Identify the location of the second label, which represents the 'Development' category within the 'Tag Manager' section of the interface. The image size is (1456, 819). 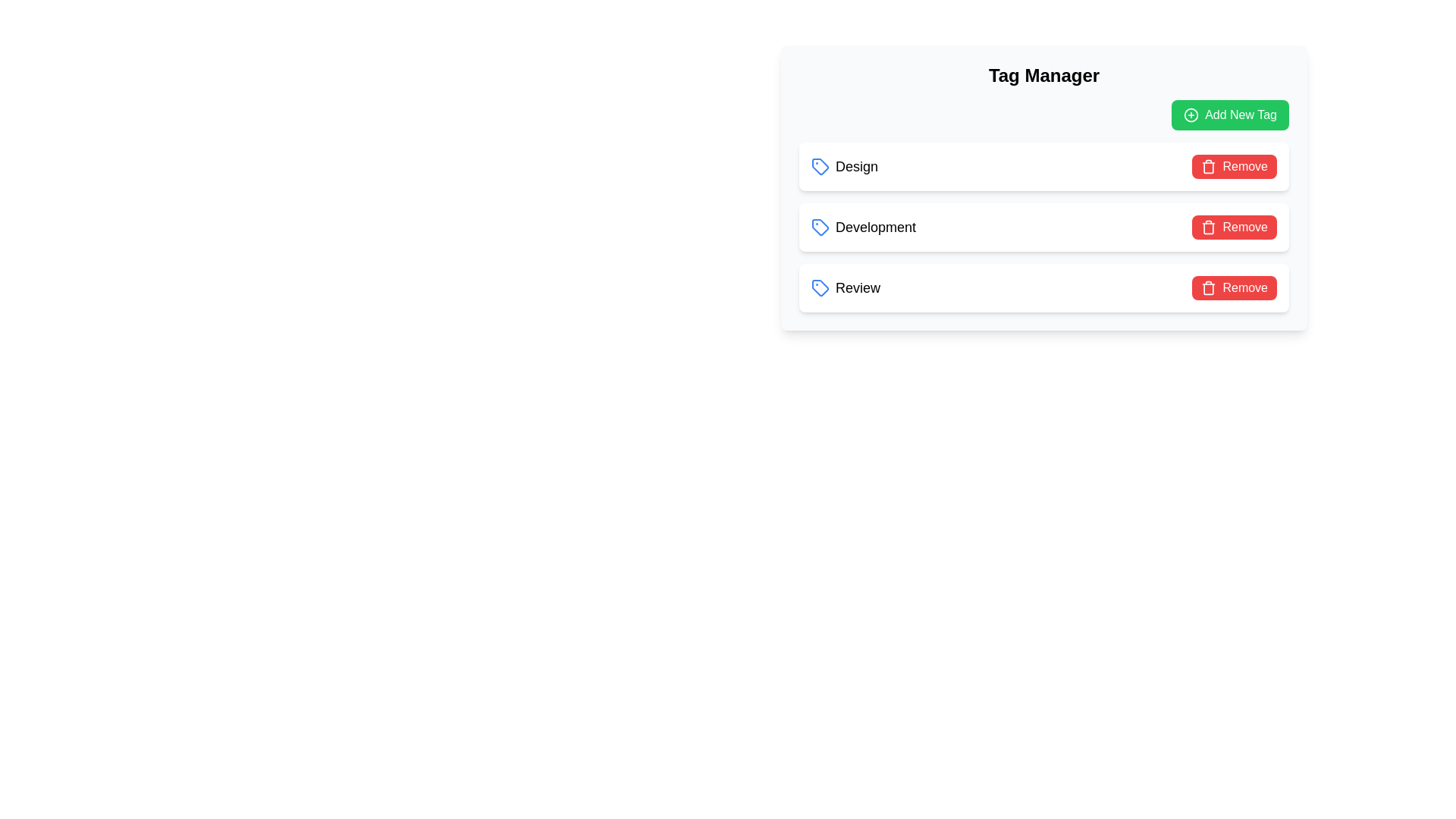
(876, 227).